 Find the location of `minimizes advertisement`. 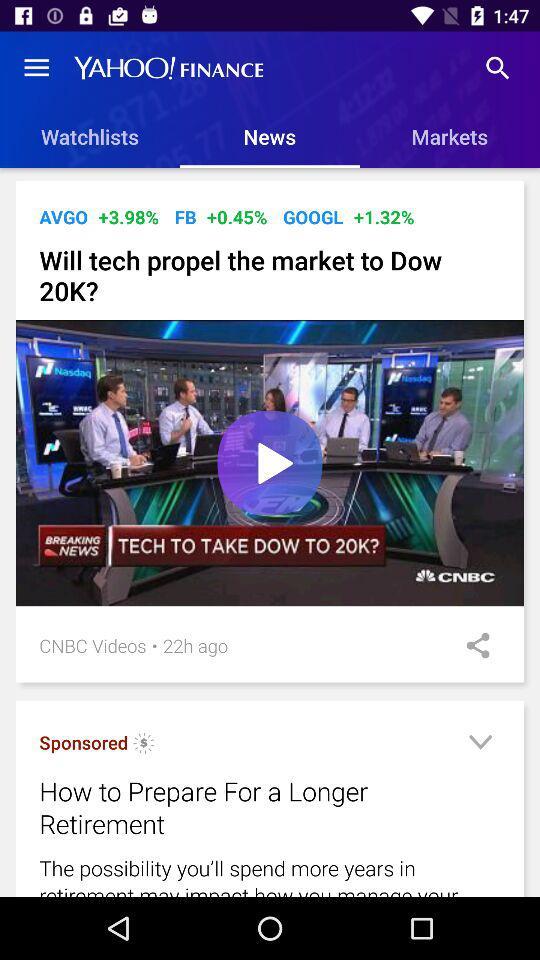

minimizes advertisement is located at coordinates (479, 744).